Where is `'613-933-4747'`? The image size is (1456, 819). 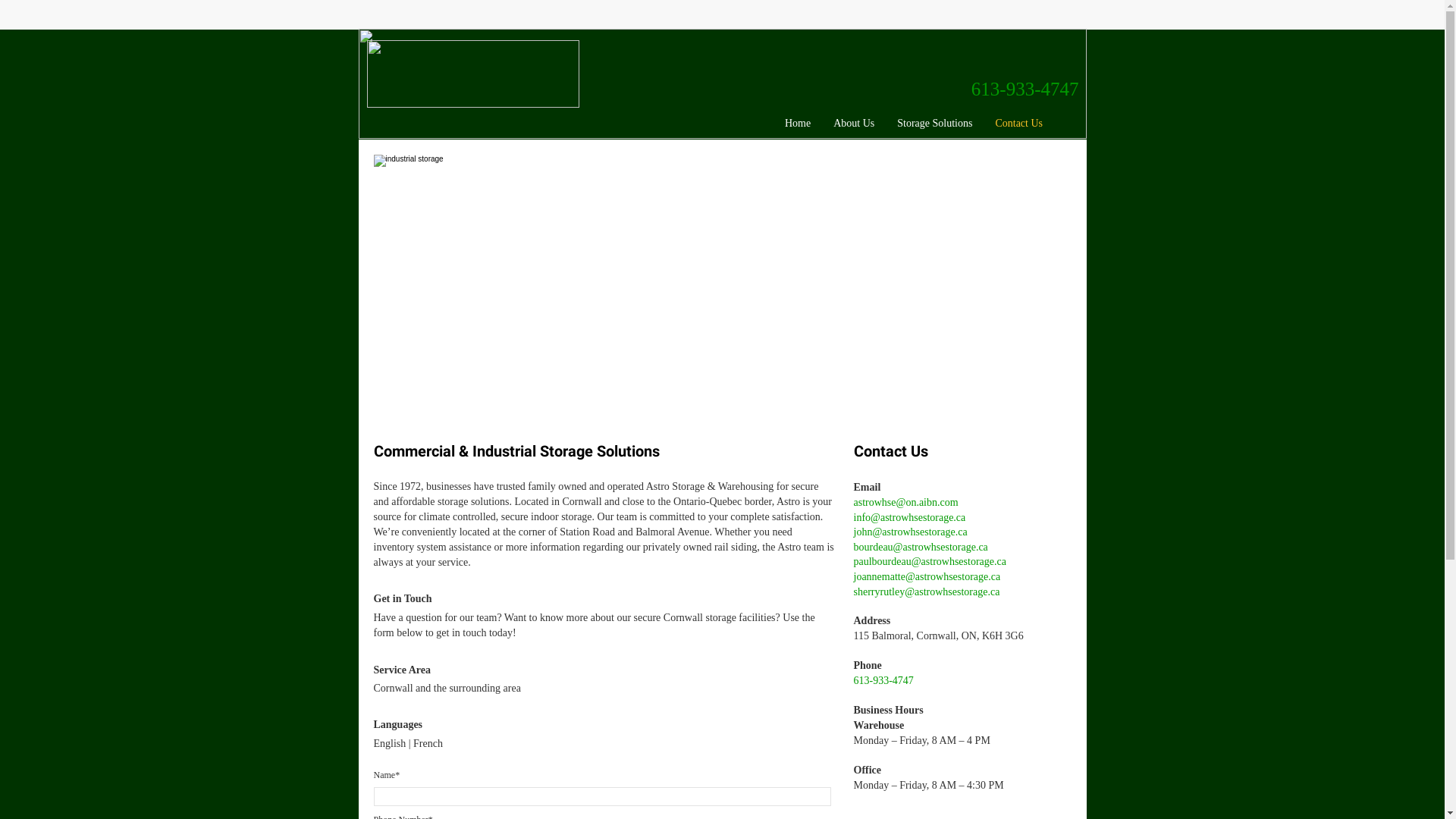 '613-933-4747' is located at coordinates (1025, 93).